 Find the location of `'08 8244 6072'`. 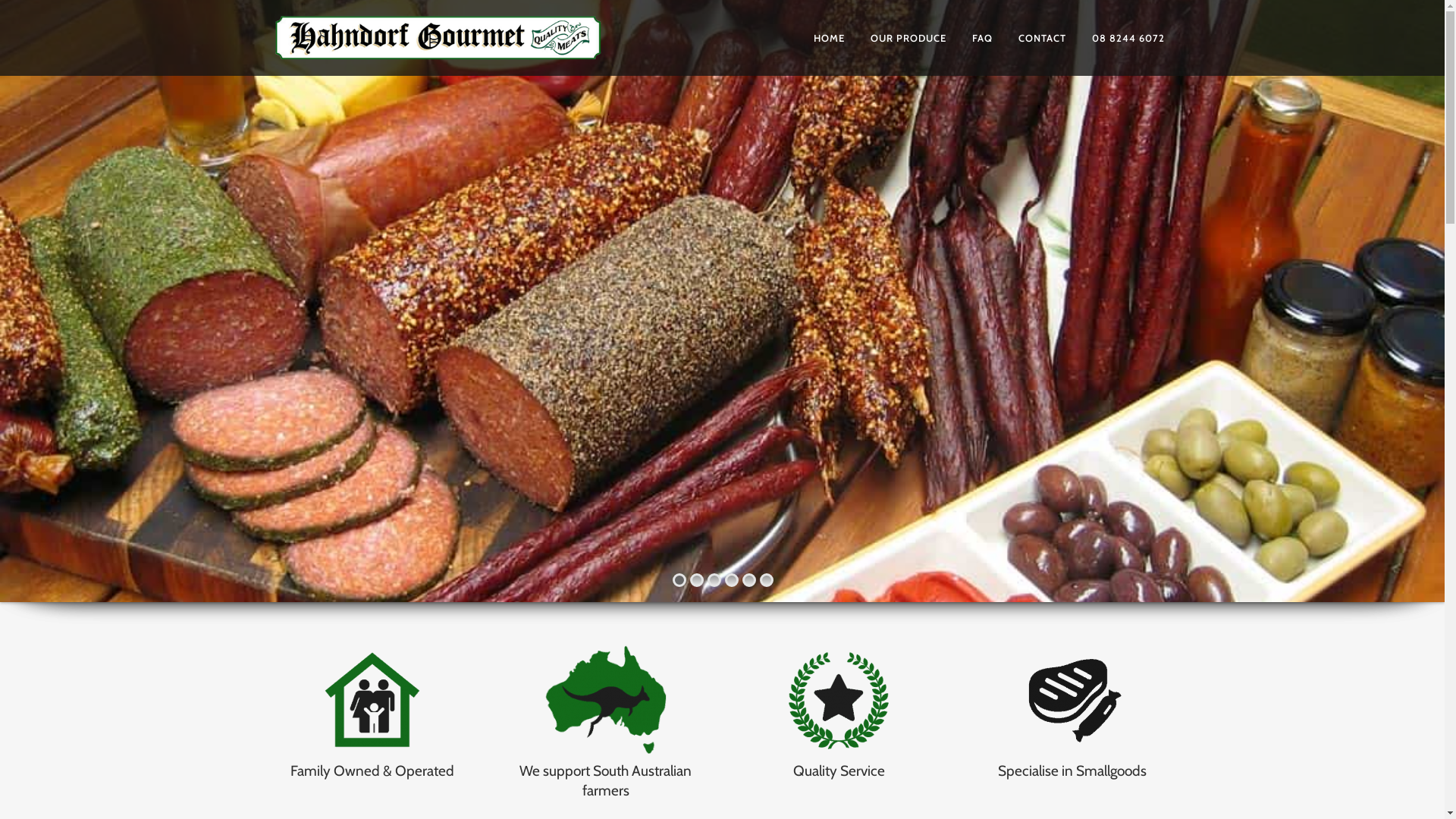

'08 8244 6072' is located at coordinates (1128, 37).